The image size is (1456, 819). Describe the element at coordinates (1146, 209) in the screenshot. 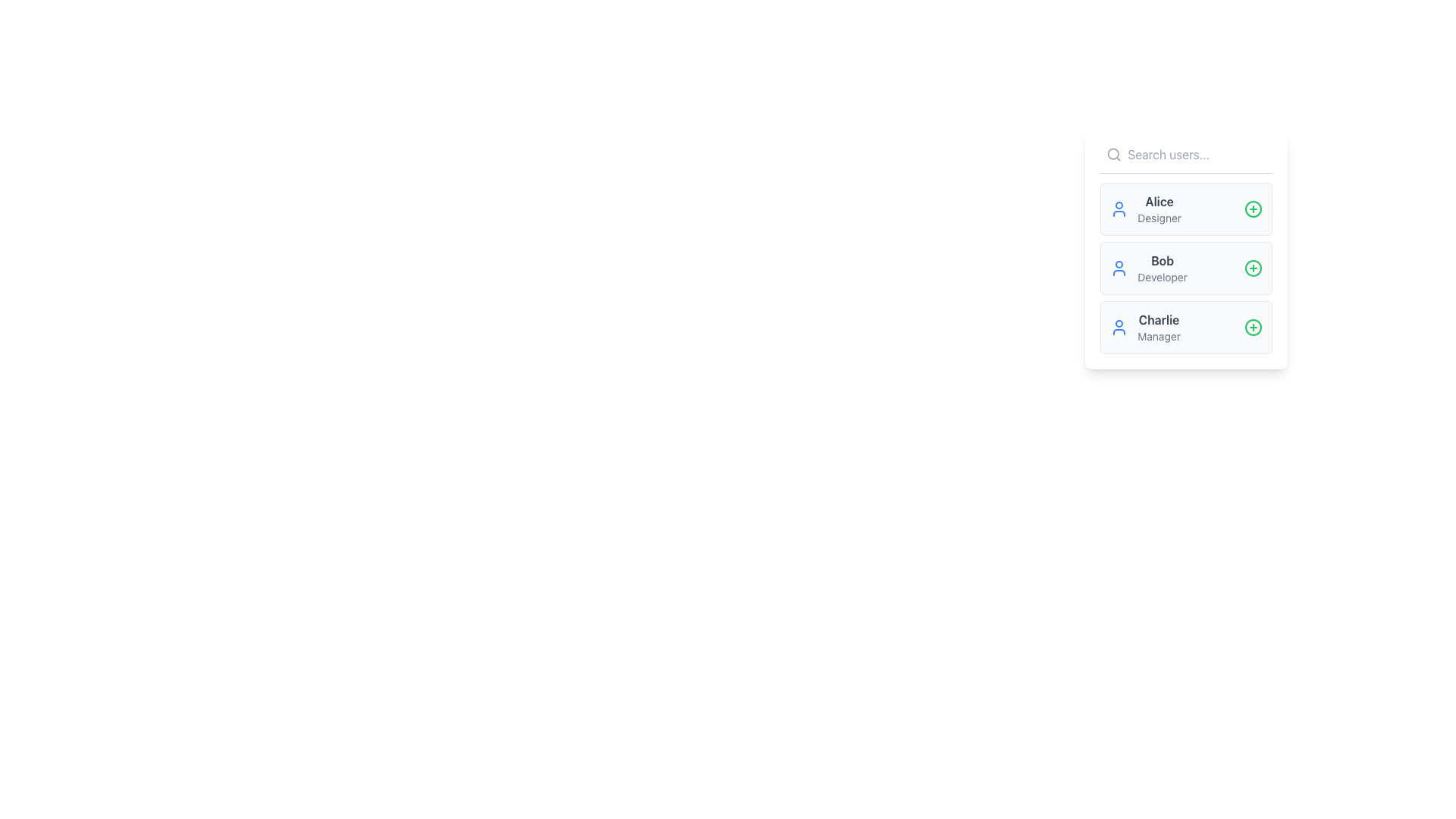

I see `the displayed name 'Alice' and role 'Designer' in the first user profile entry of the list, located below the search bar` at that location.